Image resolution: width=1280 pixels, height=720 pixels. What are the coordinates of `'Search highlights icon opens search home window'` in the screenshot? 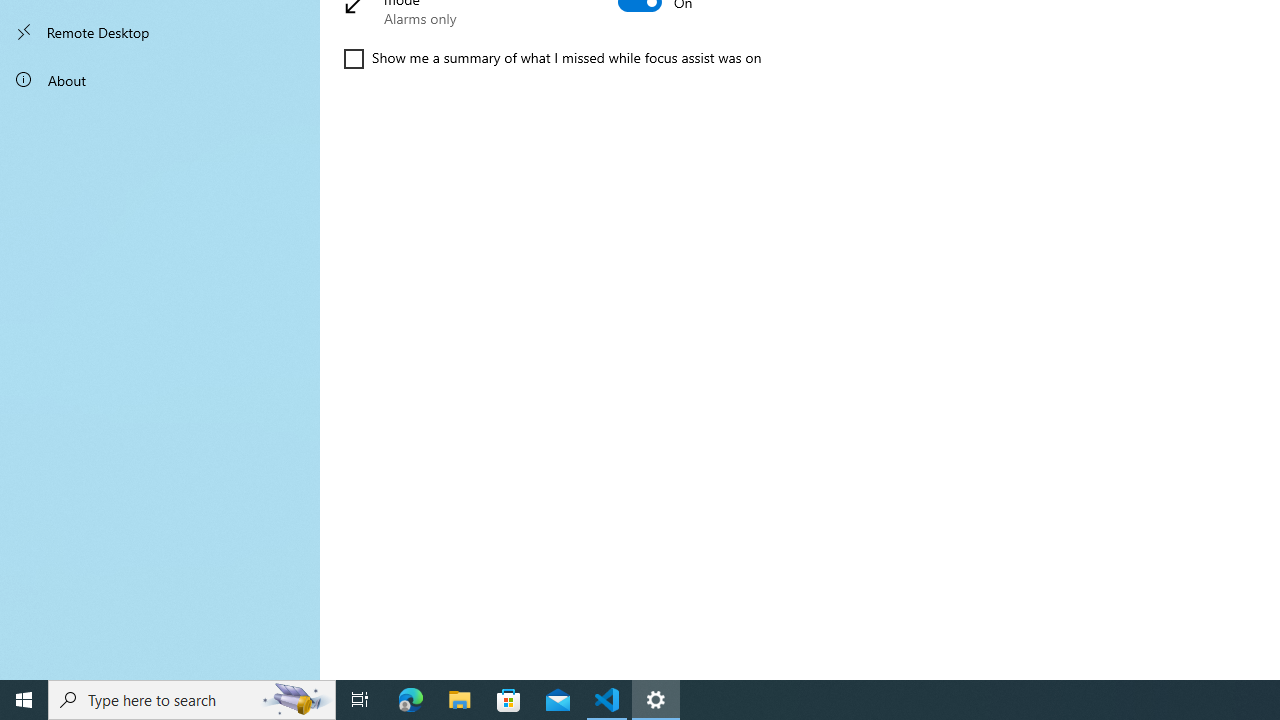 It's located at (294, 698).